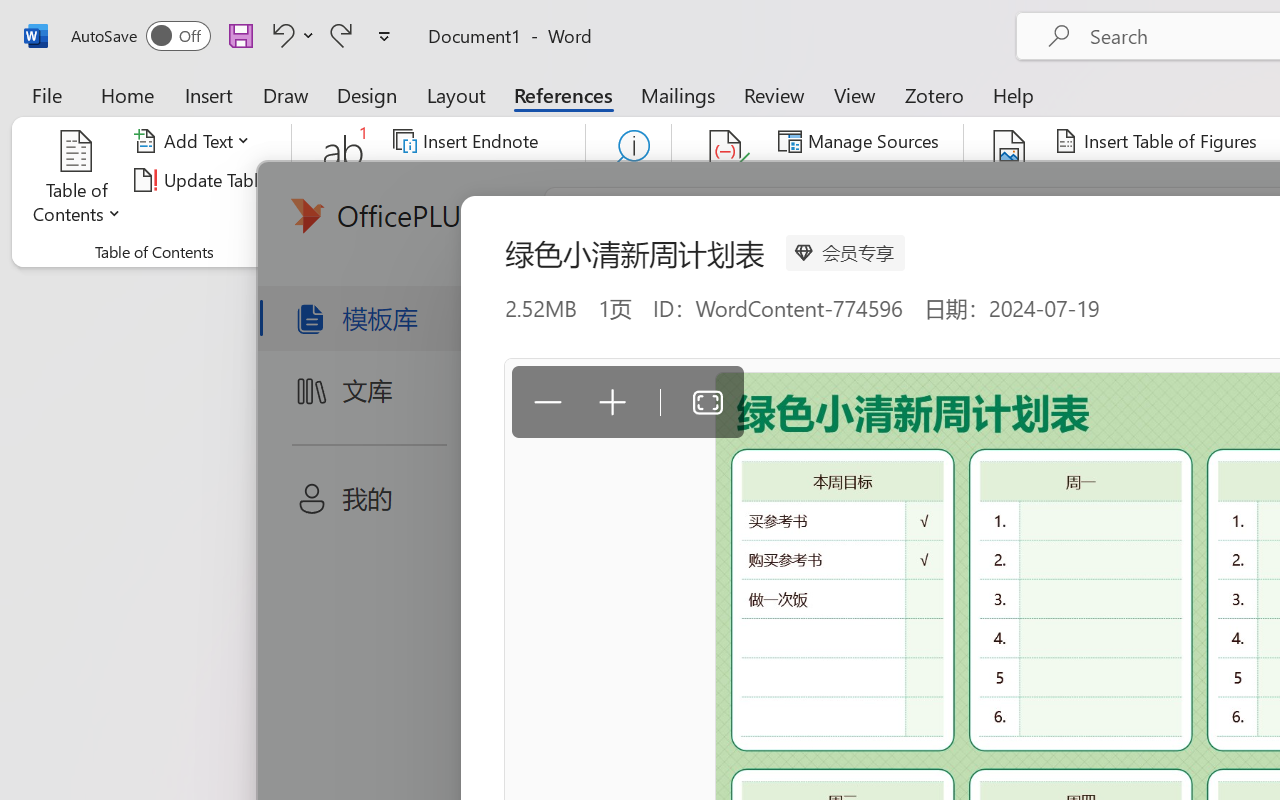 This screenshot has width=1280, height=800. Describe the element at coordinates (1159, 141) in the screenshot. I see `'Insert Table of Figures...'` at that location.